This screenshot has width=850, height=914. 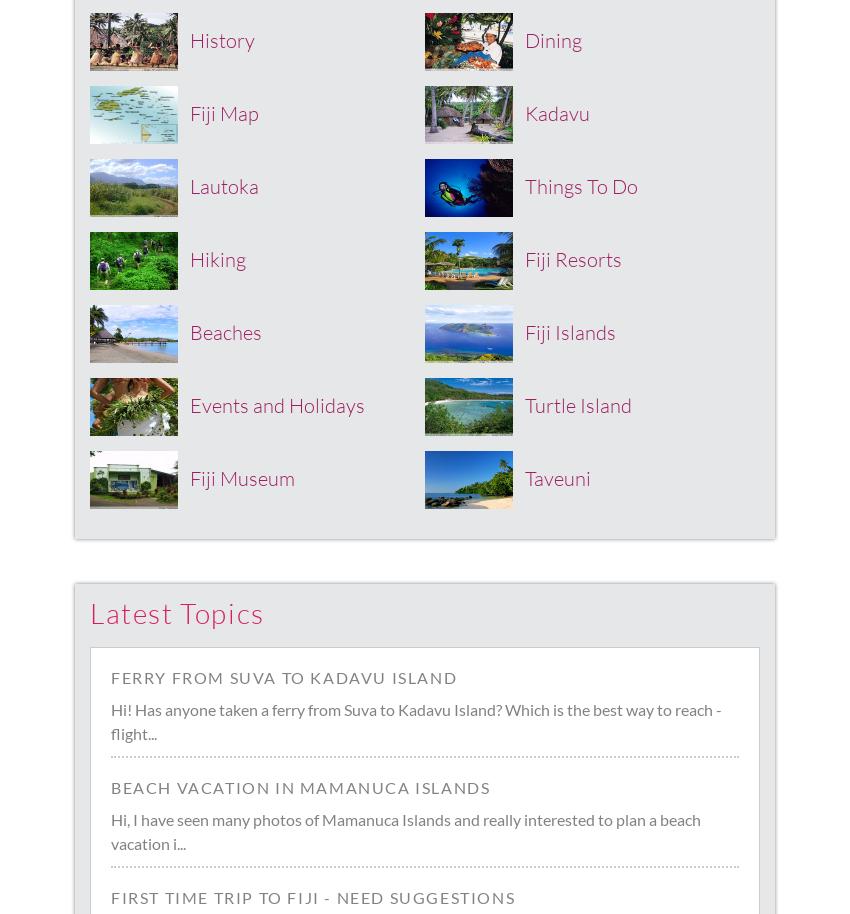 I want to click on 'Fiji Islands', so click(x=570, y=330).